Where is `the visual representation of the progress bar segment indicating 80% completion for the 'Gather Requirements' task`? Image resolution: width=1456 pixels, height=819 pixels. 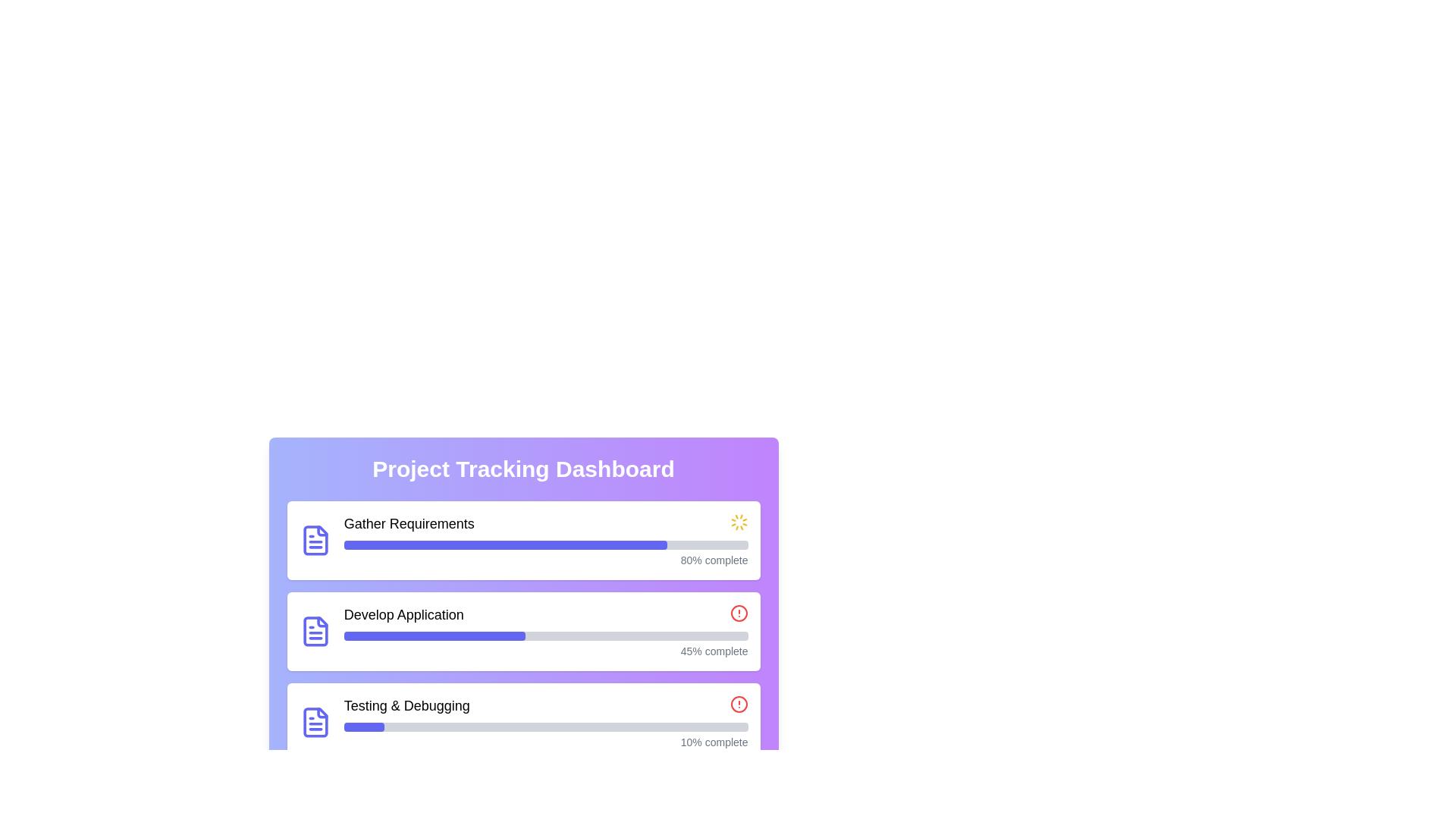 the visual representation of the progress bar segment indicating 80% completion for the 'Gather Requirements' task is located at coordinates (505, 544).